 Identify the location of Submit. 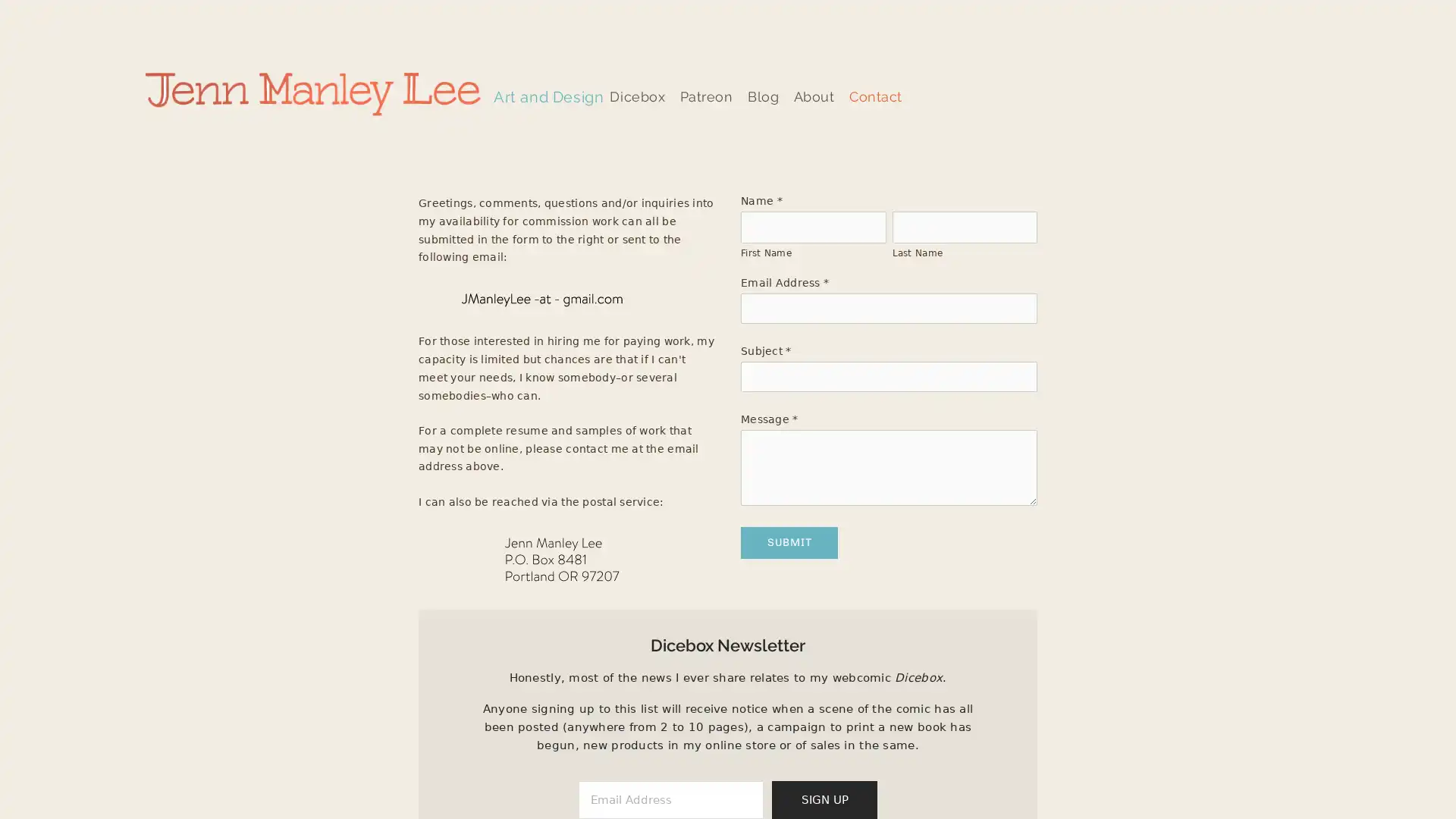
(789, 541).